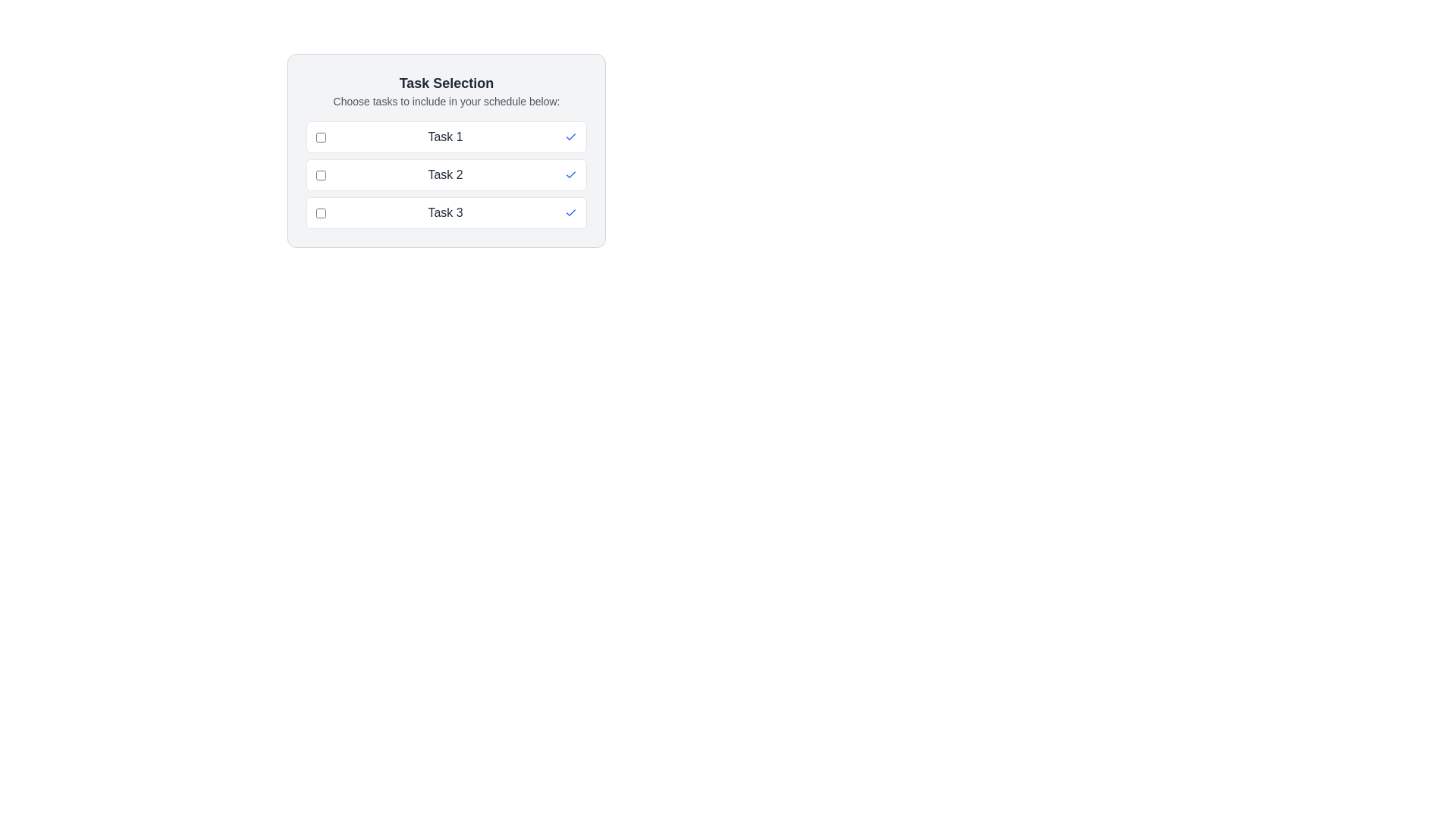 This screenshot has height=819, width=1456. I want to click on the checkbox with a blue border in the third row of the task selection list, so click(320, 213).